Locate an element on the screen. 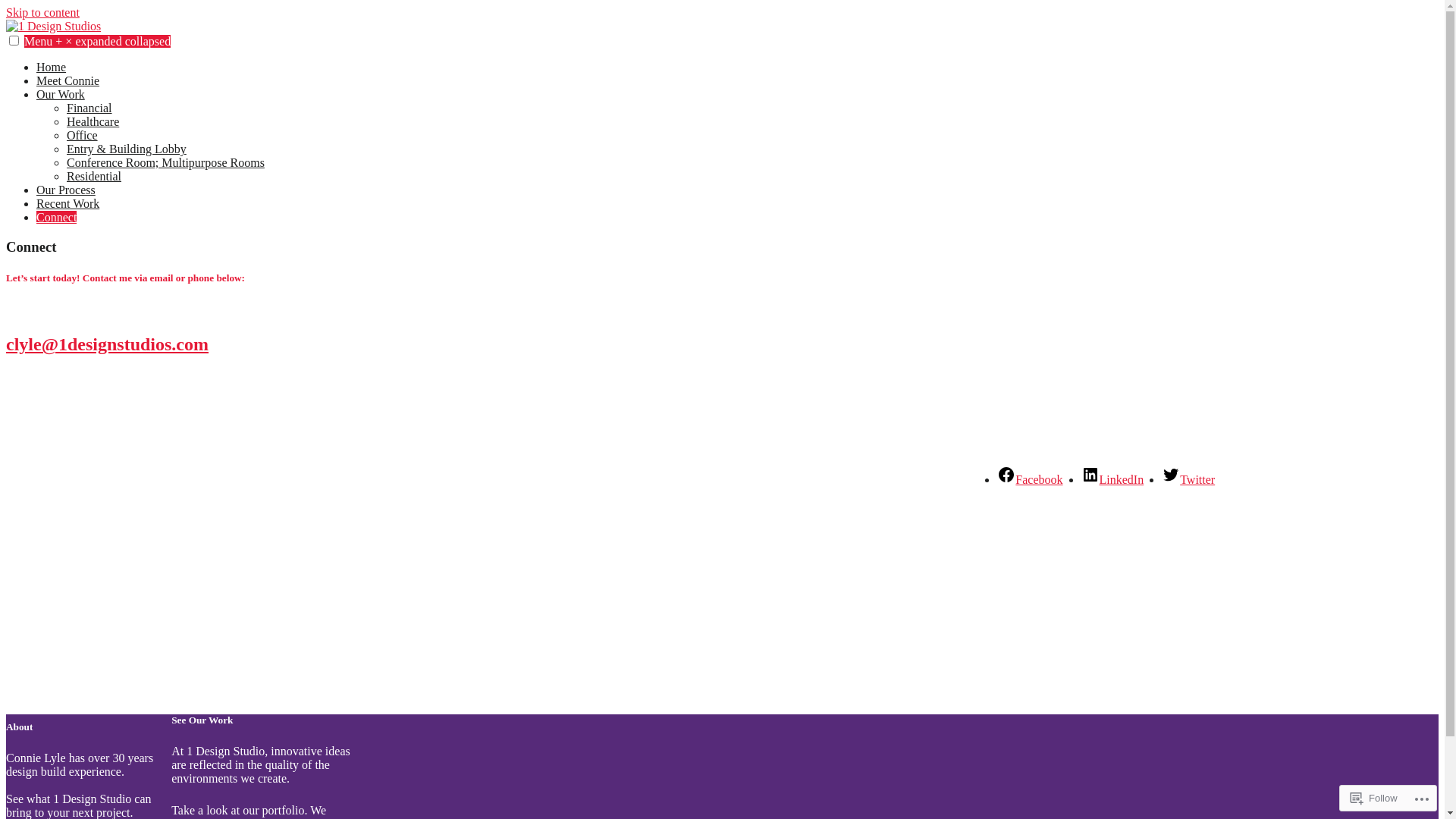 Image resolution: width=1456 pixels, height=819 pixels. 'Our Process' is located at coordinates (64, 189).